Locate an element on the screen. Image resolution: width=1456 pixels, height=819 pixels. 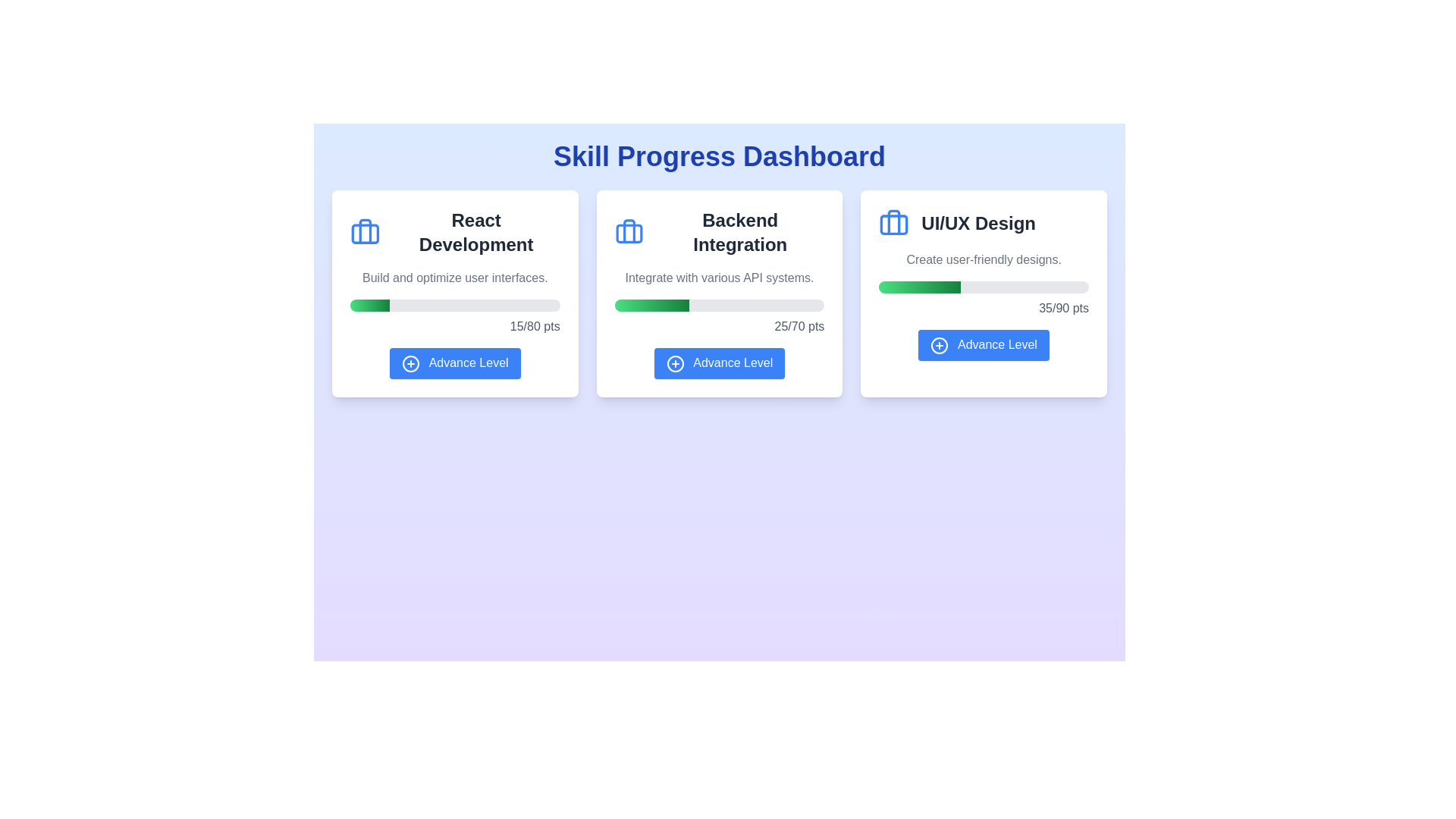
the icon representing the professional skill or task within the 'UI/UX Design' card, located at the top-left corner, above the textual content is located at coordinates (894, 223).